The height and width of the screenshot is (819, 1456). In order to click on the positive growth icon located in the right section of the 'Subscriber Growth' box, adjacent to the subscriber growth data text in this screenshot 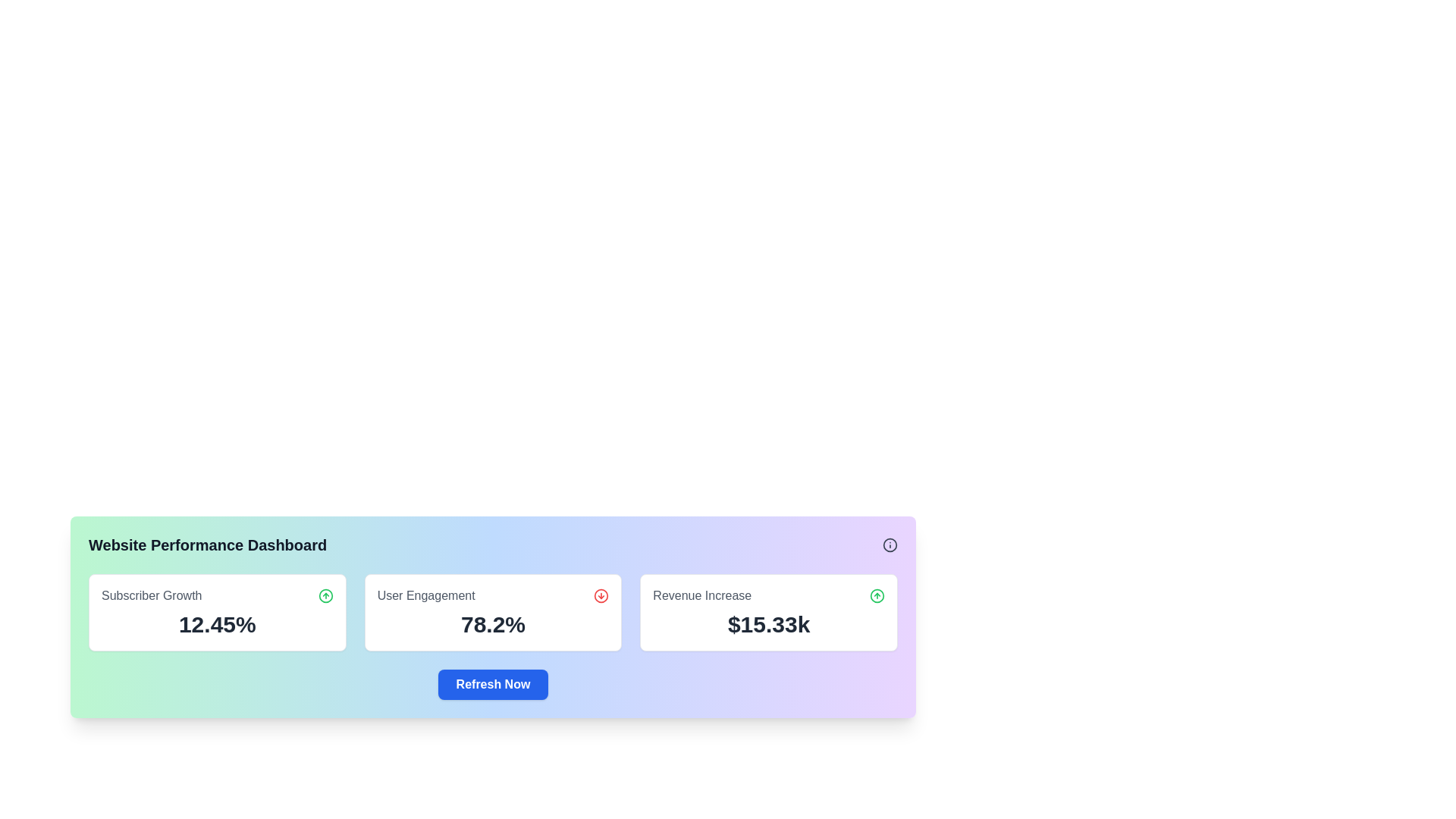, I will do `click(325, 595)`.